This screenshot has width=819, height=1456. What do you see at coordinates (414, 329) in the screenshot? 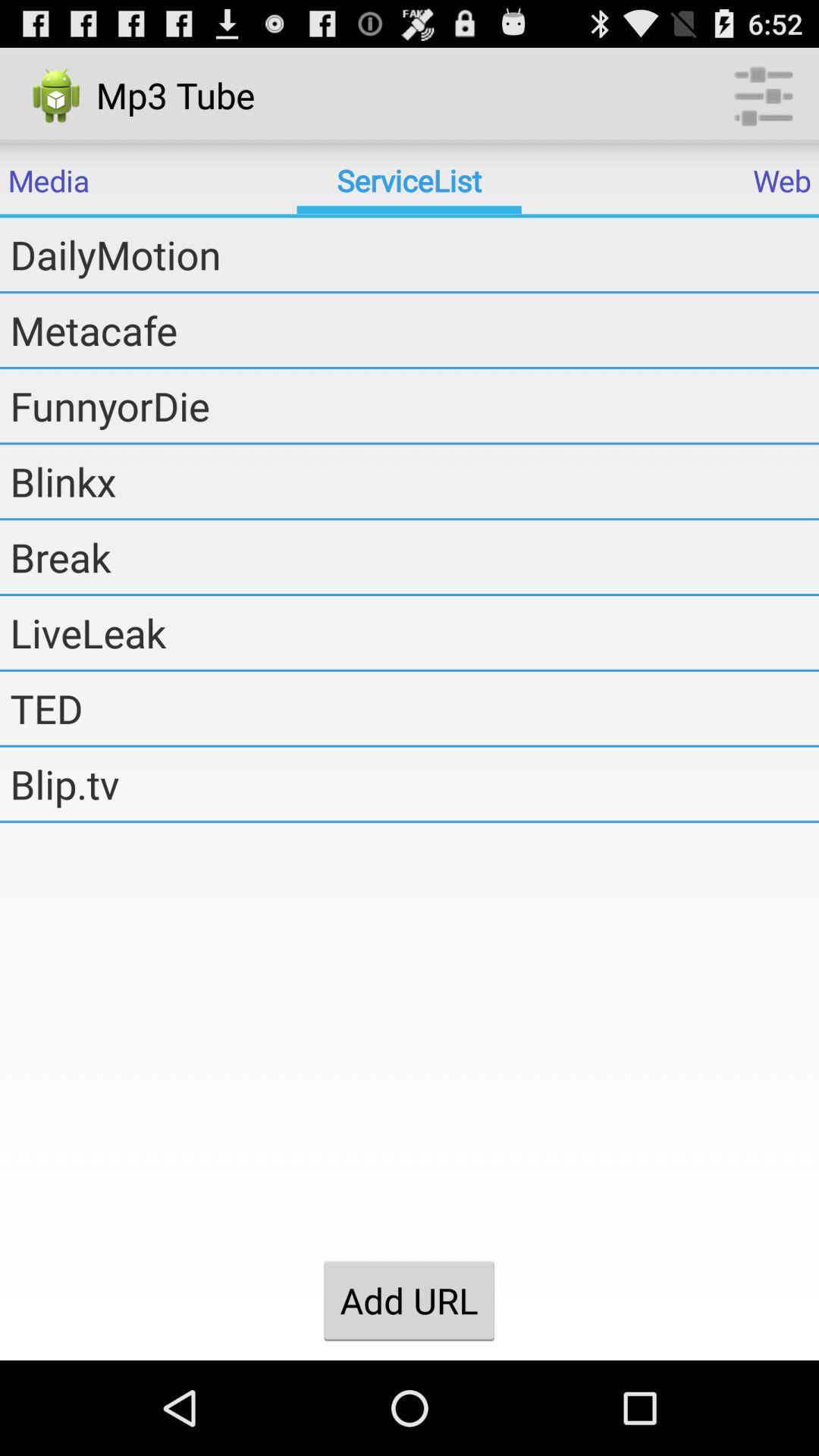
I see `the metacafe item` at bounding box center [414, 329].